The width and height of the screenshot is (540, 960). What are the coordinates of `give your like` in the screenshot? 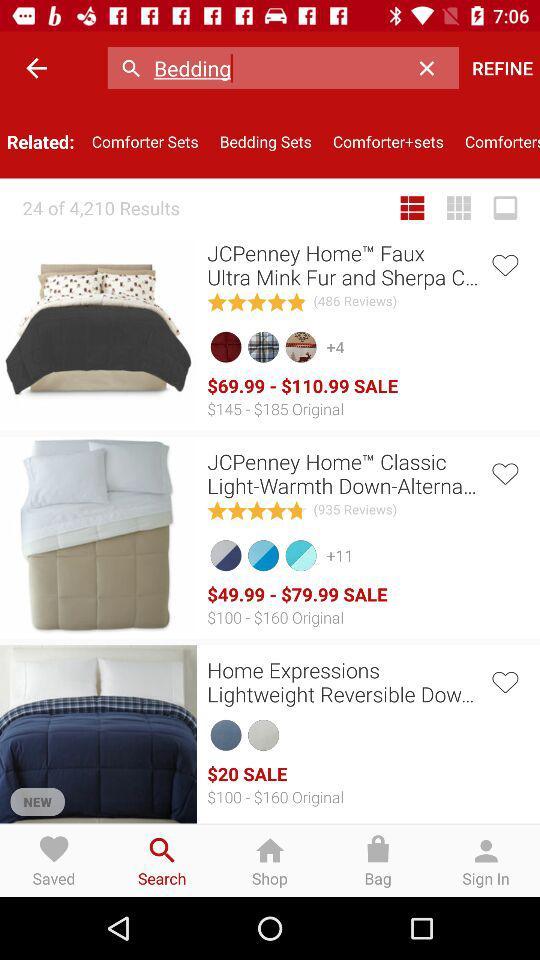 It's located at (503, 680).